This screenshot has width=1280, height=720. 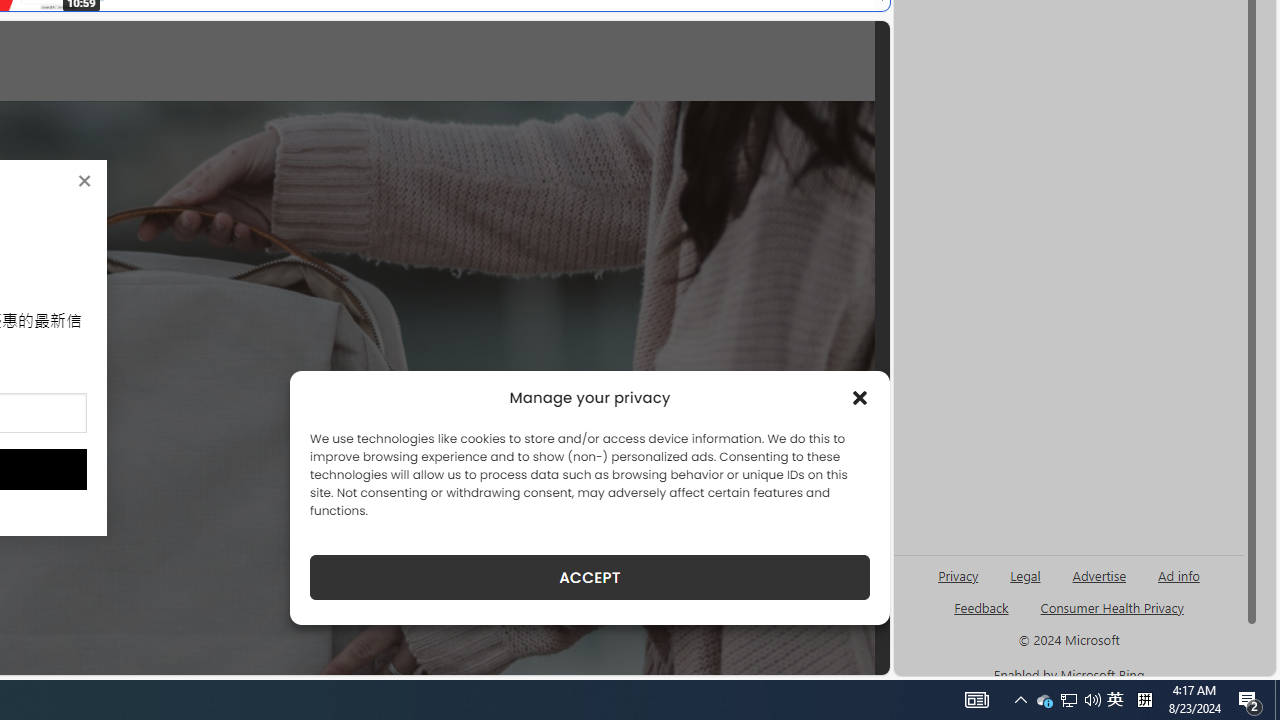 What do you see at coordinates (860, 398) in the screenshot?
I see `'Class: cmplz-close'` at bounding box center [860, 398].